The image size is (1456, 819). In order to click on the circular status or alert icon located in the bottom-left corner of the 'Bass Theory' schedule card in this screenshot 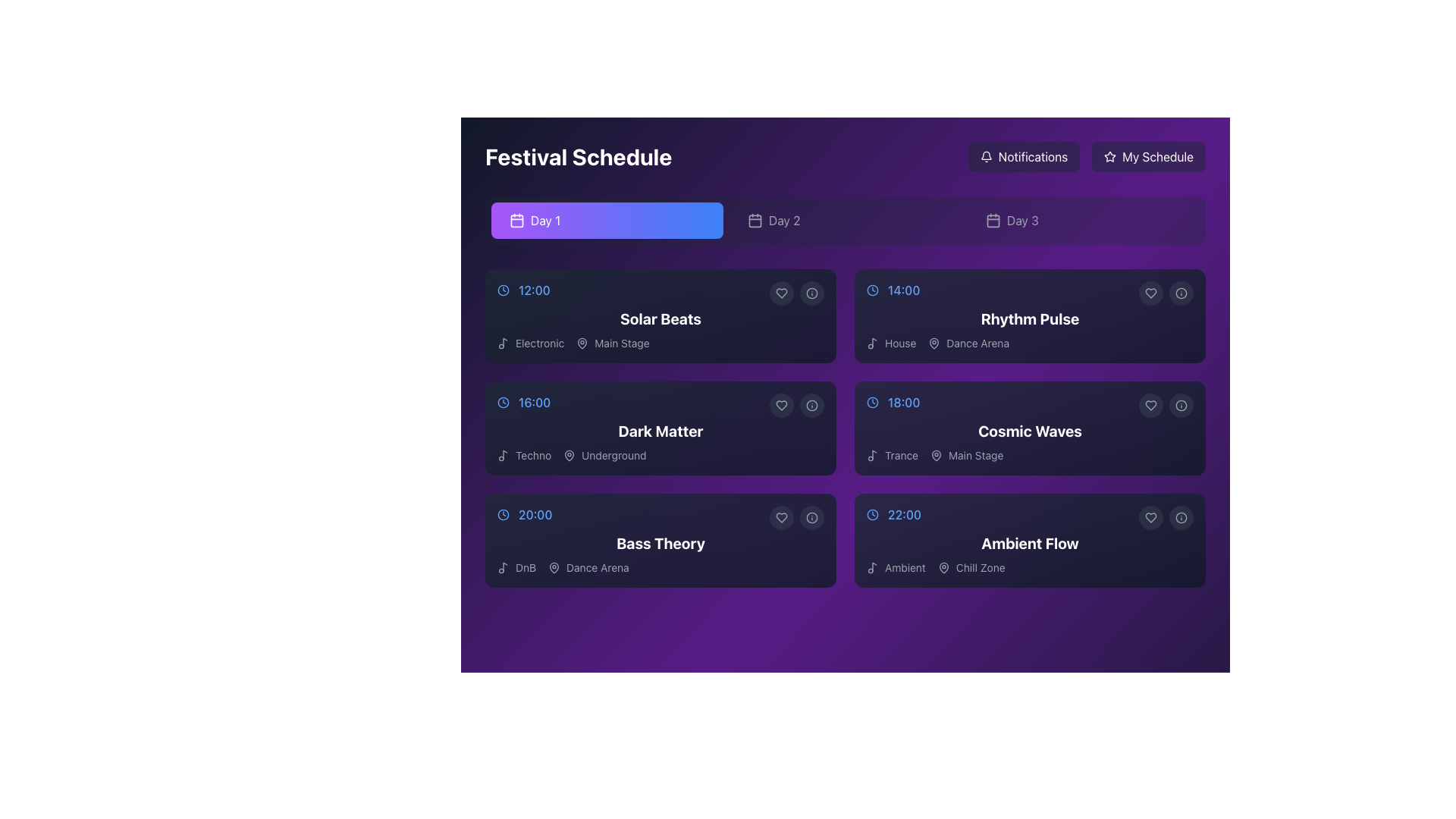, I will do `click(811, 516)`.